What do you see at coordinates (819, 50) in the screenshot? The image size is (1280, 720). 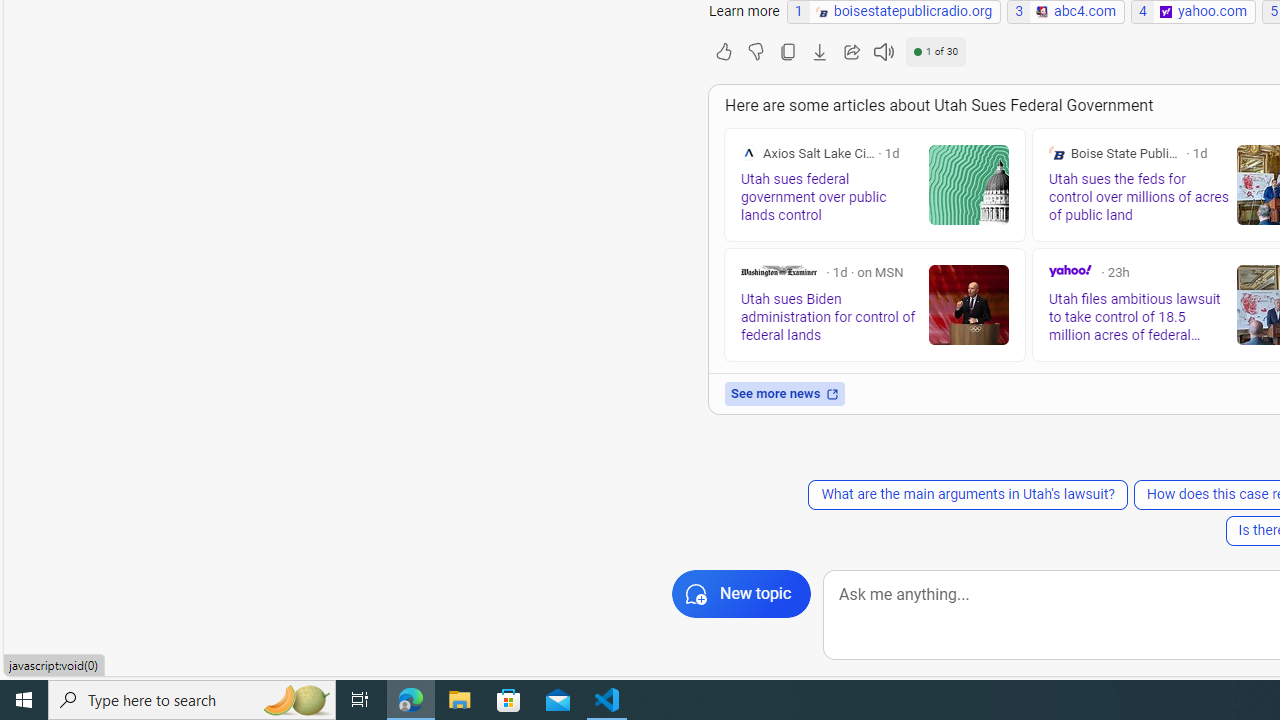 I see `'Export'` at bounding box center [819, 50].